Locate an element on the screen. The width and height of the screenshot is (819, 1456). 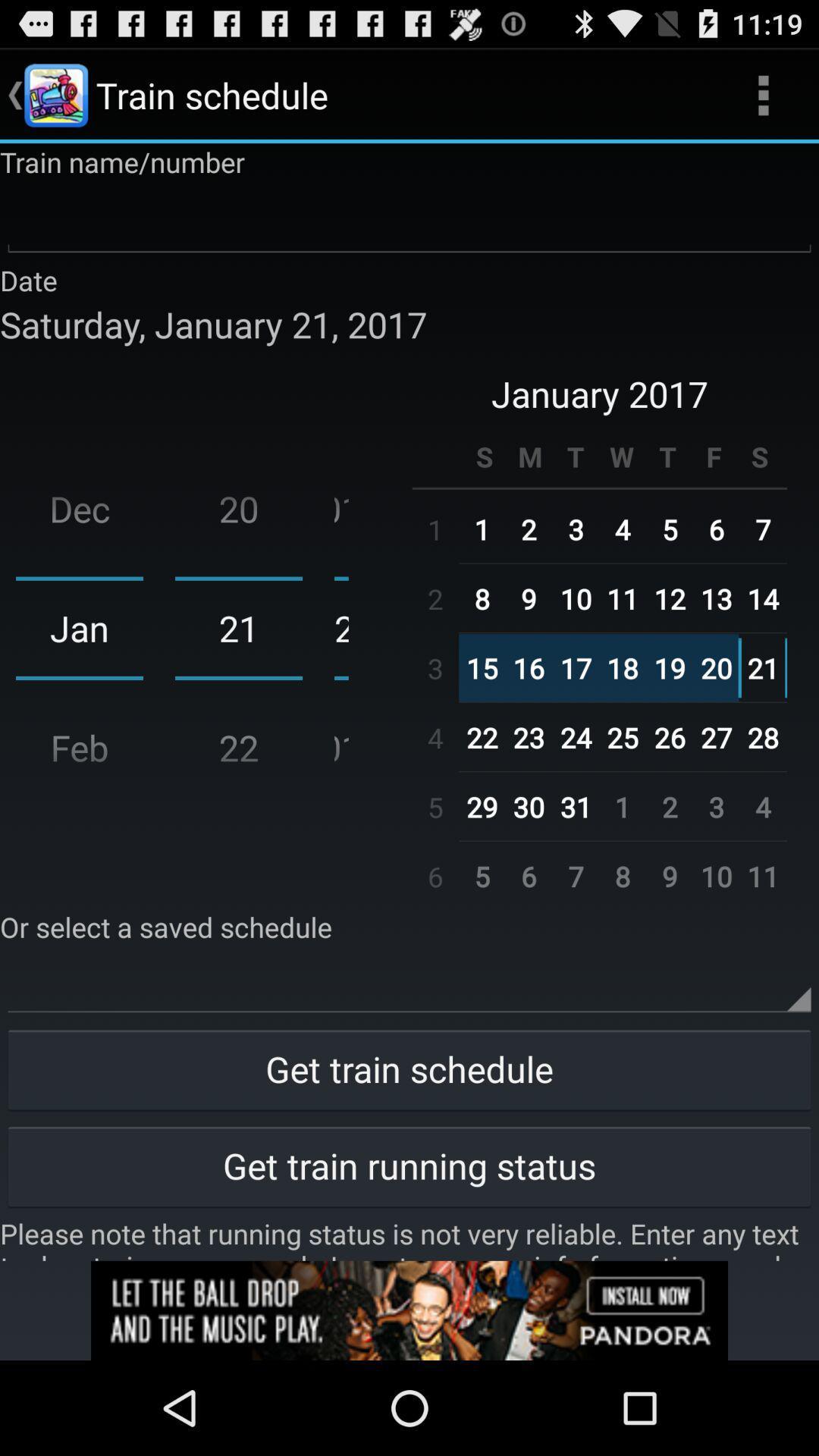
the advertisement is located at coordinates (409, 1310).